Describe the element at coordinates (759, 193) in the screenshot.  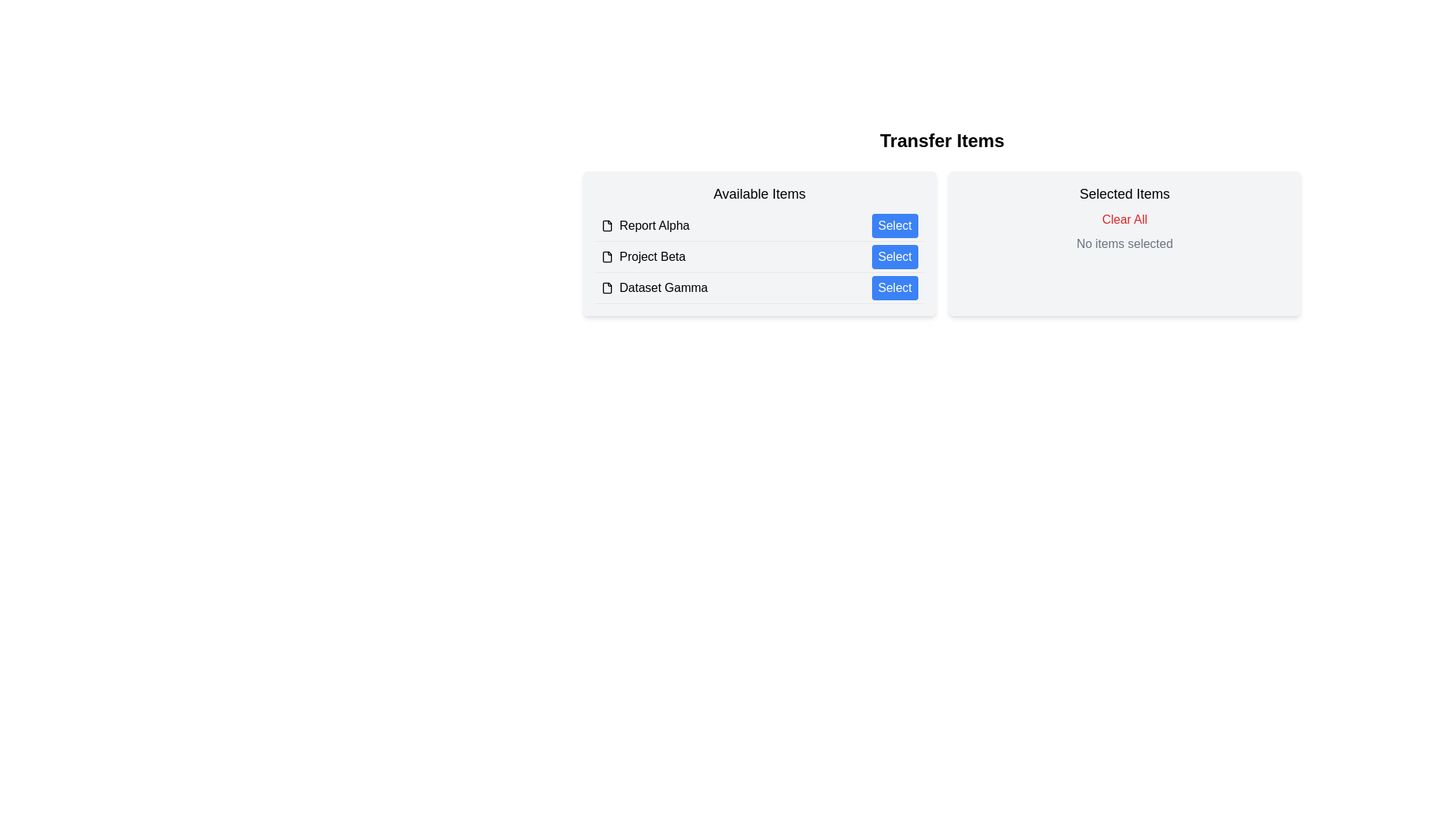
I see `the Text label at the top of the 'Available Items' section, which serves as a title for the grouping of items listed below it` at that location.